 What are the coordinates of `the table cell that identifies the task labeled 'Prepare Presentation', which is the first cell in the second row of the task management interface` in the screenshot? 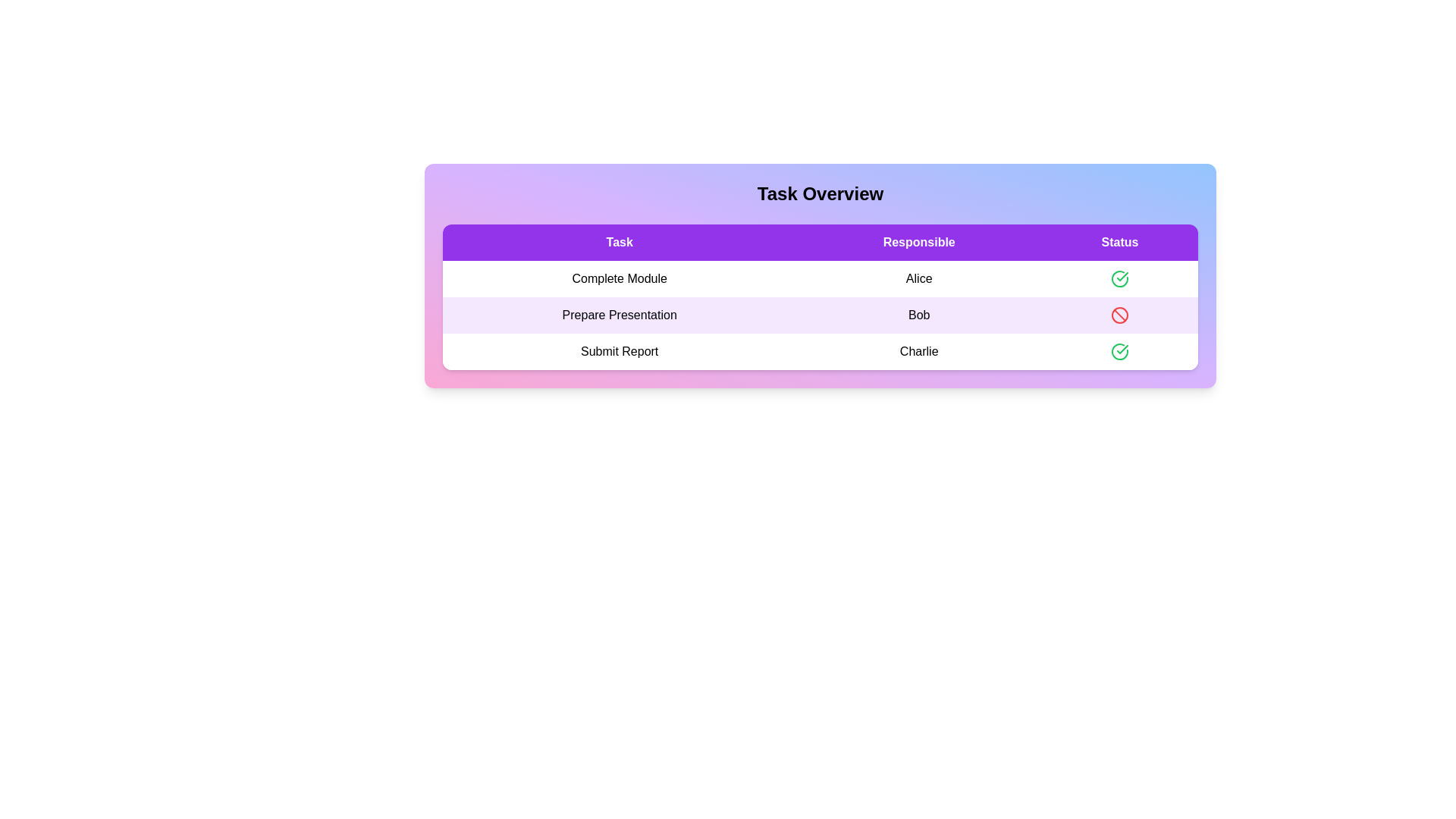 It's located at (620, 315).